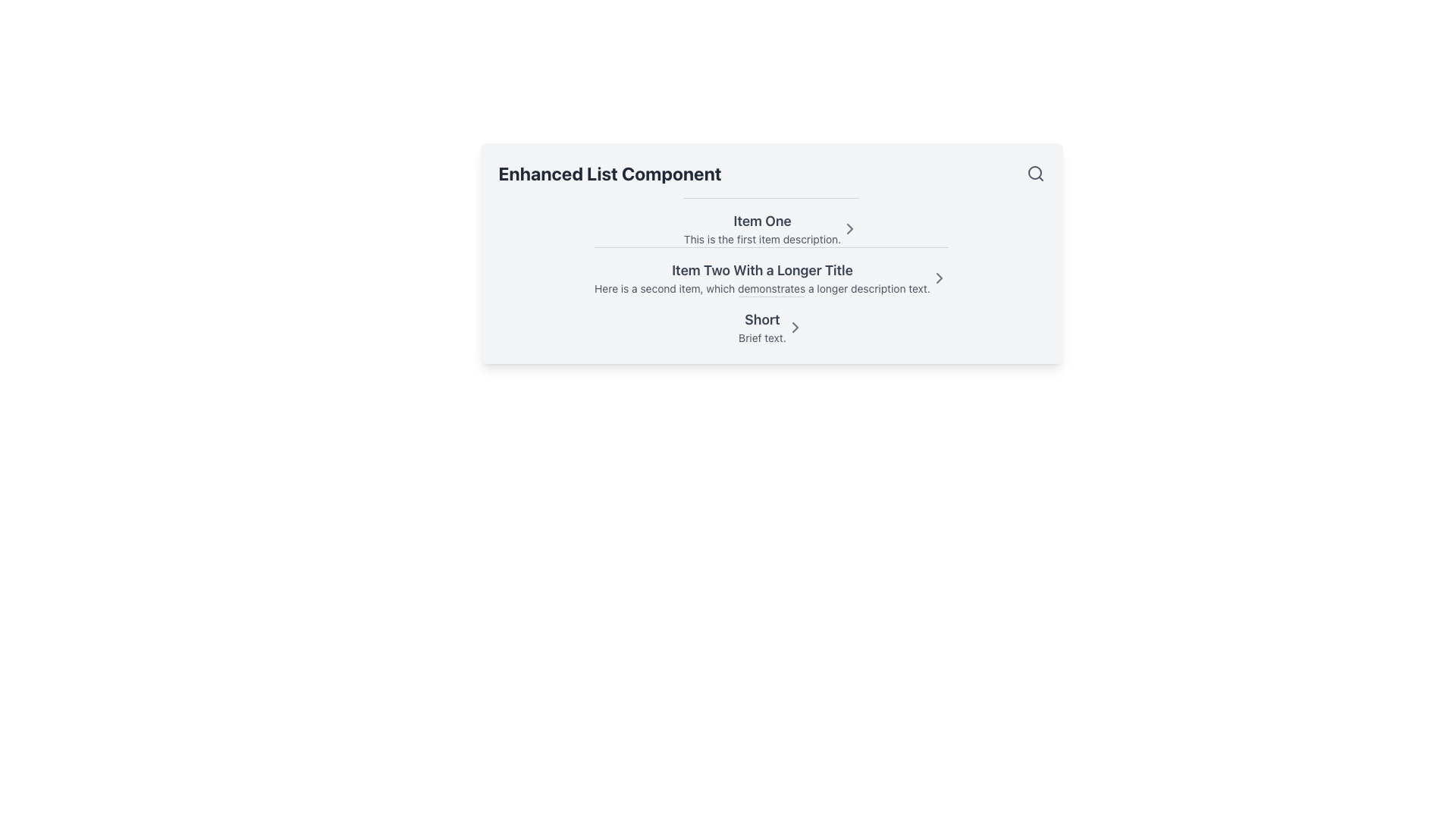  I want to click on the line of text that reads 'Here is a second item, which demonstrates a longer description text.' which is displayed in a smaller light gray font and is located below the title 'Item Two With a Longer Title', so click(762, 289).